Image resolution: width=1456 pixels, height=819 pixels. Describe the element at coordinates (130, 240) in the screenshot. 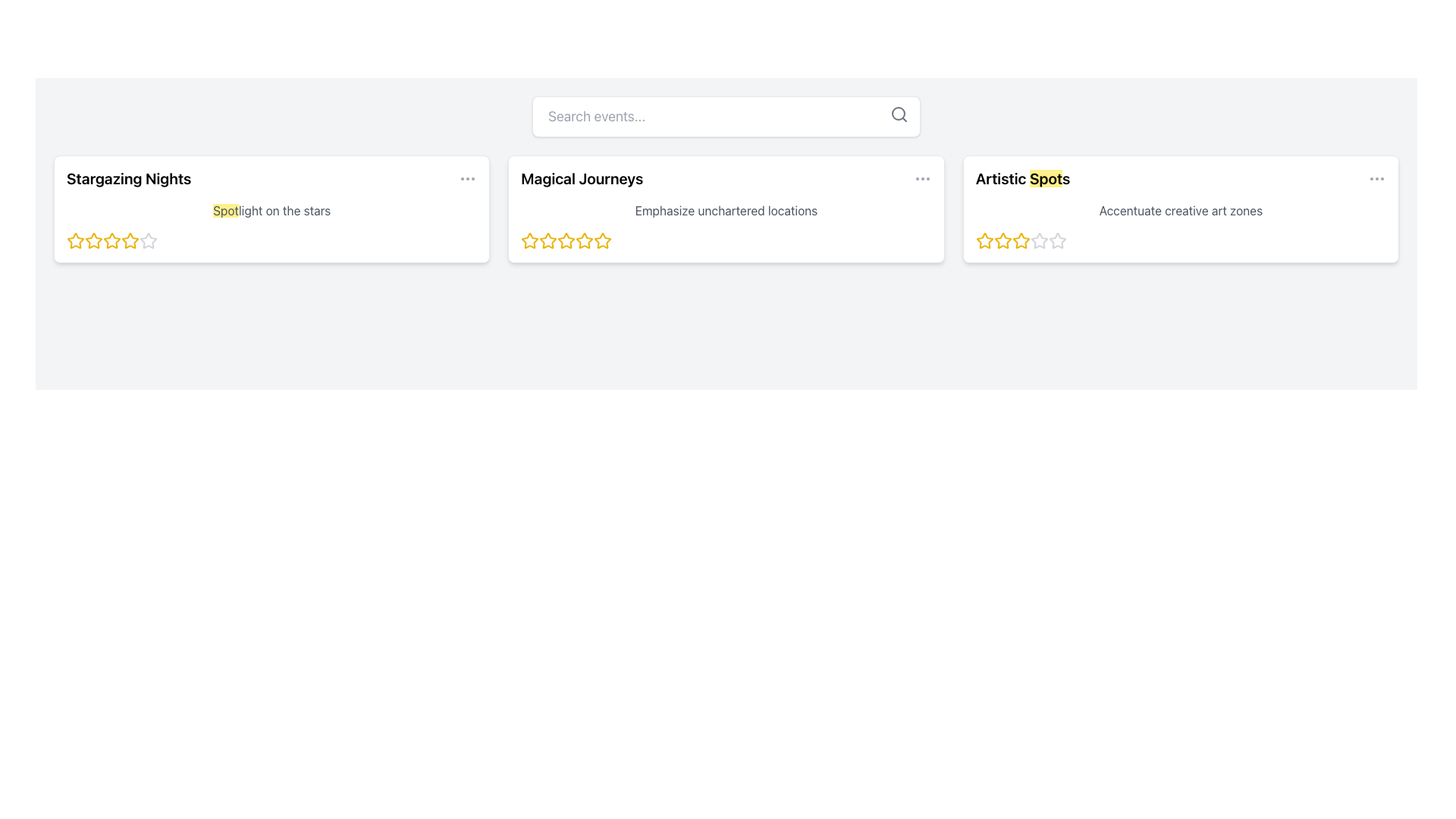

I see `the third star-shaped icon in the rating system, which is styled with a yellow outline and a white interior, located directly beneath the 'Stargazing Nights' title` at that location.